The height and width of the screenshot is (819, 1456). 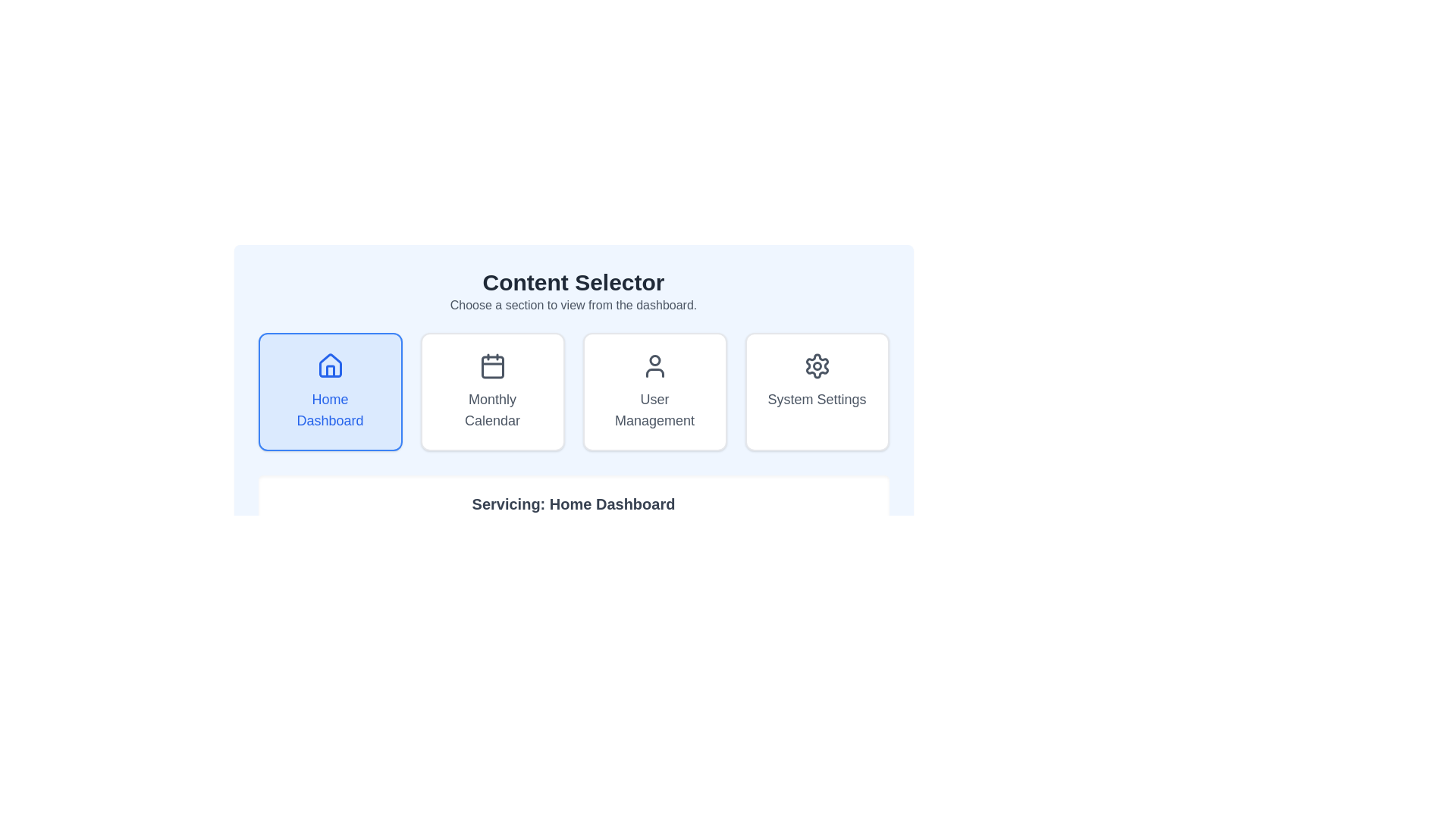 What do you see at coordinates (329, 391) in the screenshot?
I see `the 'Home Dashboard' button located below the 'Content Selector' title` at bounding box center [329, 391].